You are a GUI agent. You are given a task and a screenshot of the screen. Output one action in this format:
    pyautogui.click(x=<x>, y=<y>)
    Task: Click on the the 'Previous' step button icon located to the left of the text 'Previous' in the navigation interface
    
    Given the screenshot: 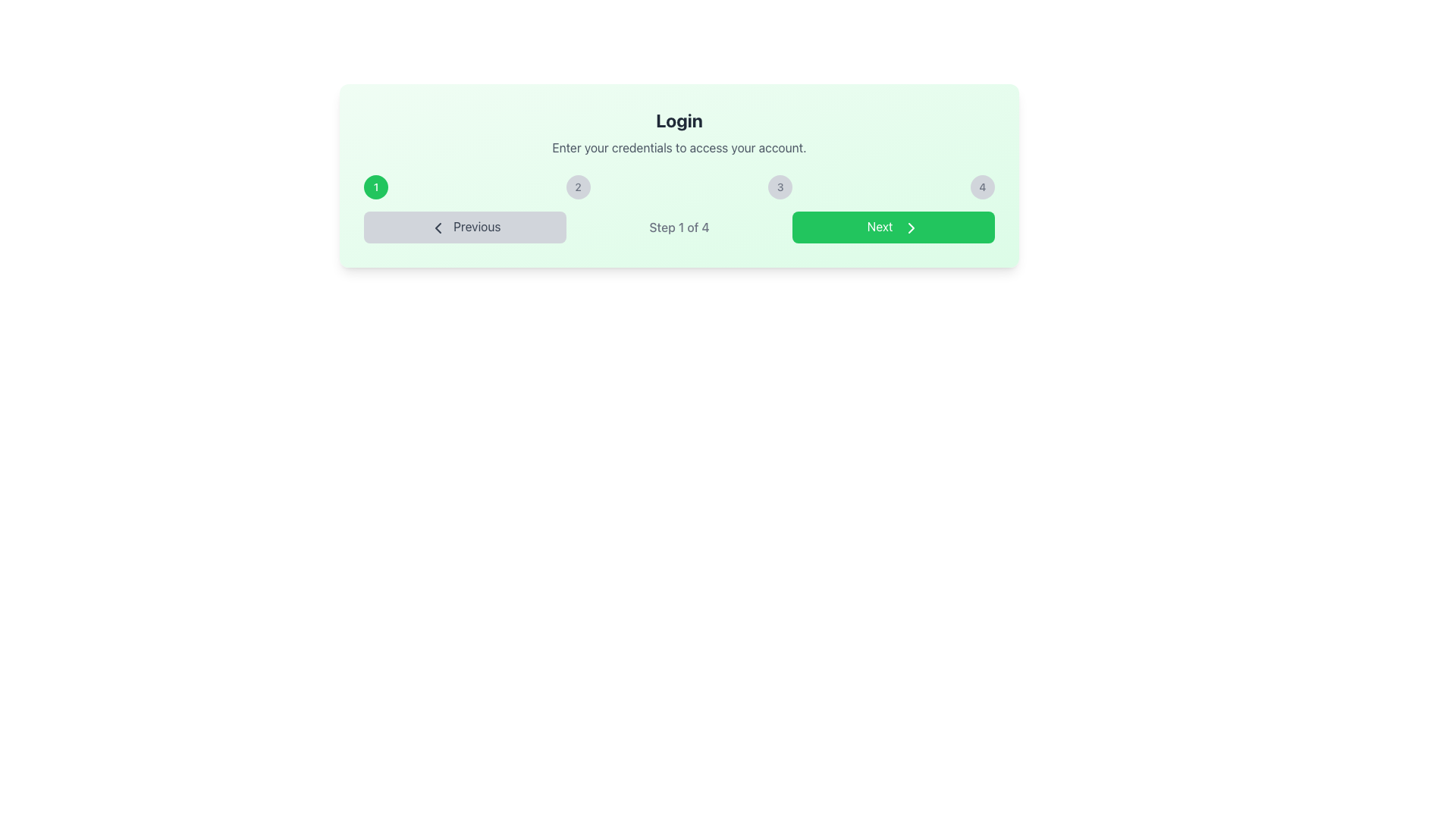 What is the action you would take?
    pyautogui.click(x=438, y=227)
    